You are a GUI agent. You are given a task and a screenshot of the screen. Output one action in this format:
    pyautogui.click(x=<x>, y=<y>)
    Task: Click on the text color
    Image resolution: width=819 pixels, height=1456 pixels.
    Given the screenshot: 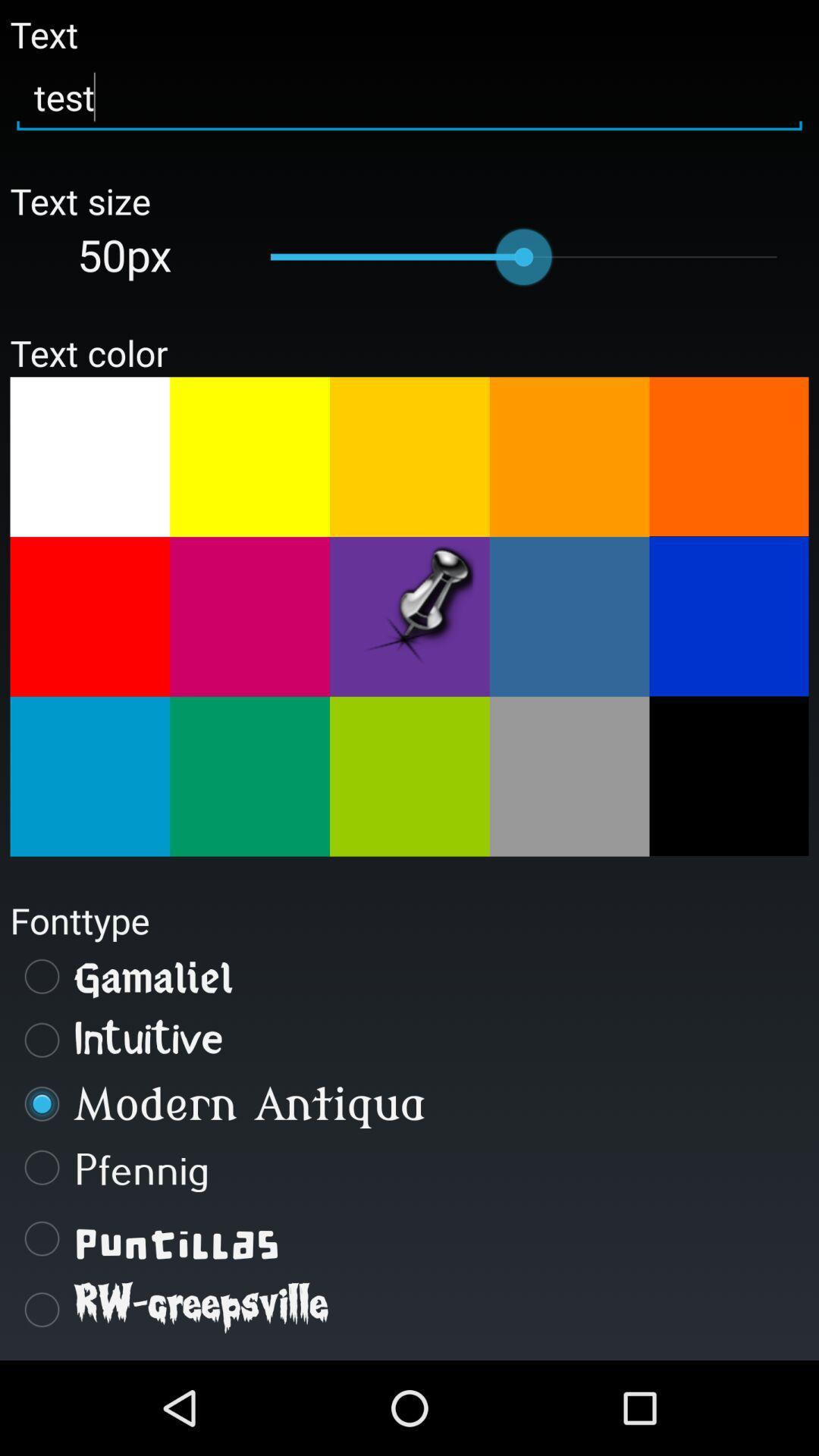 What is the action you would take?
    pyautogui.click(x=249, y=777)
    